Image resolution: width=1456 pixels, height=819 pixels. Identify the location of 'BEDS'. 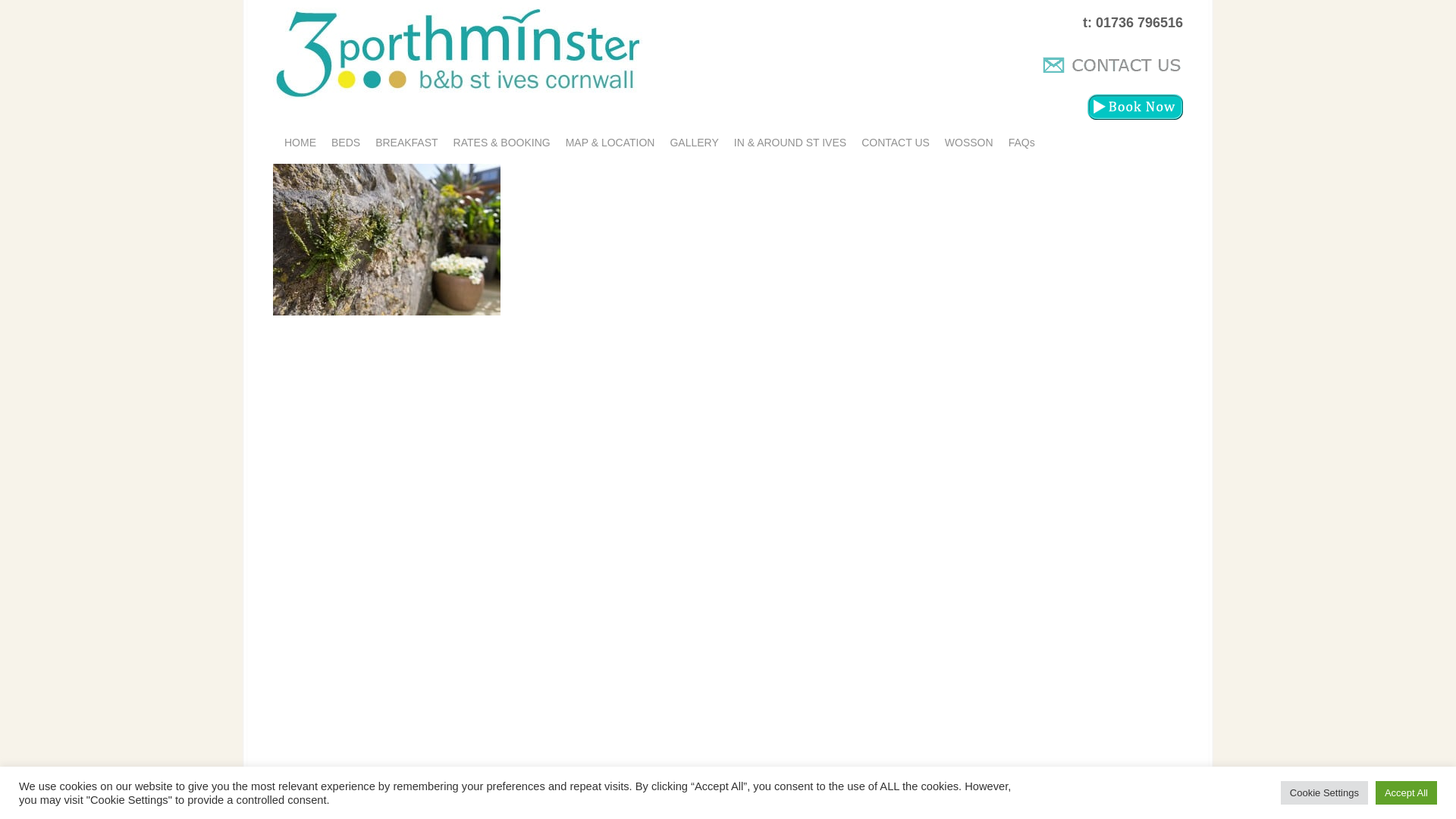
(323, 143).